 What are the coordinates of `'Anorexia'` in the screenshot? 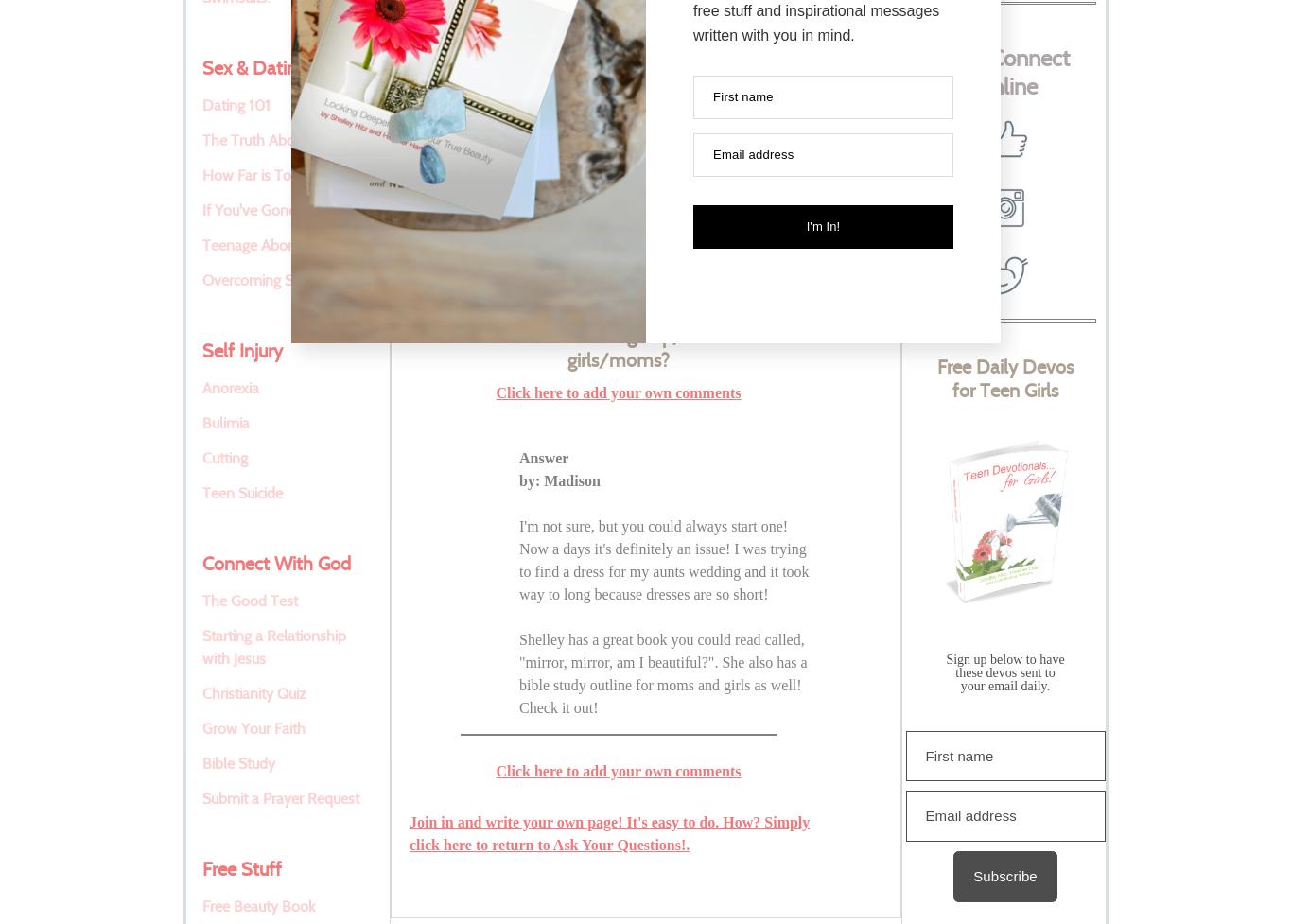 It's located at (230, 388).